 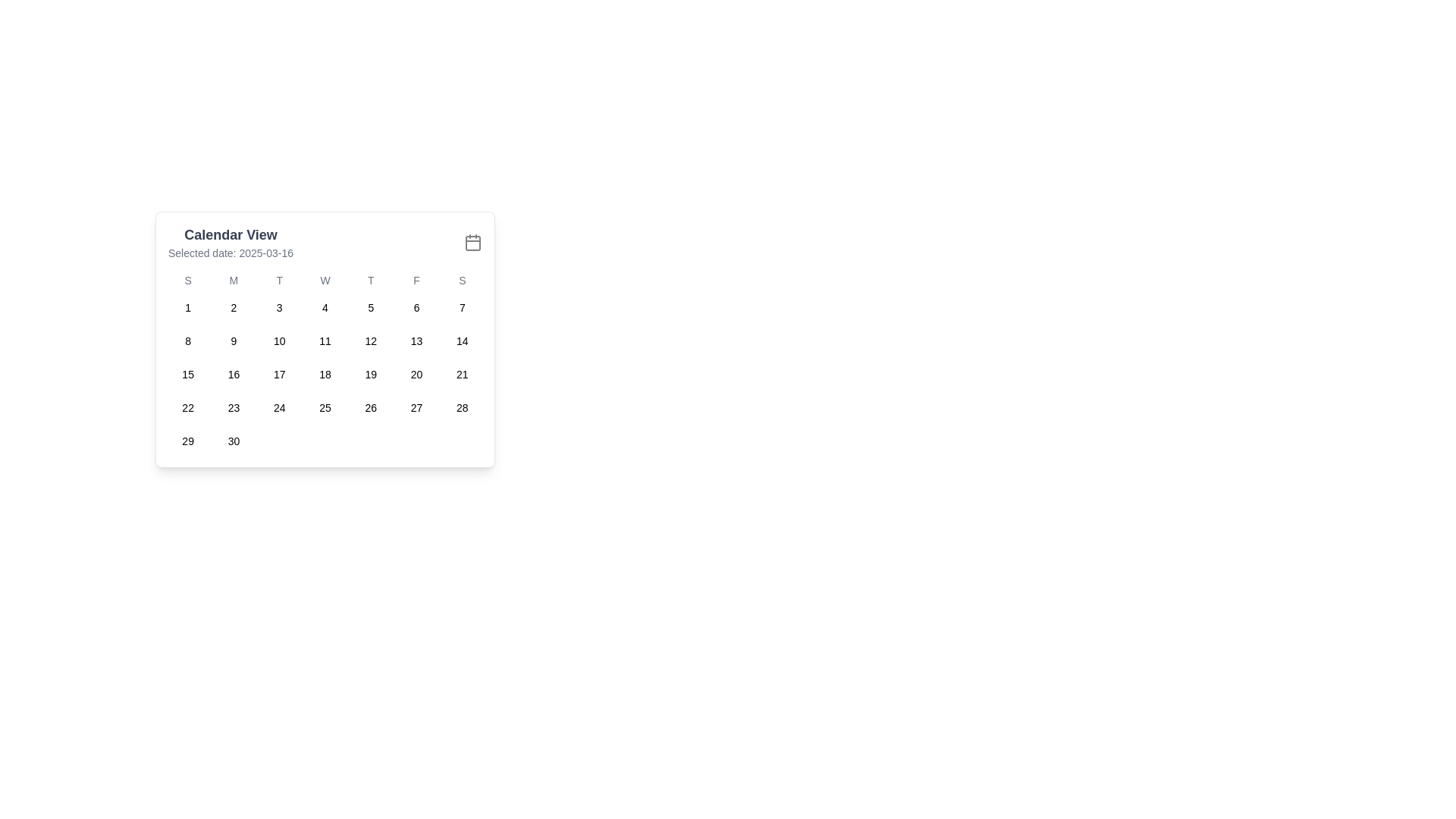 What do you see at coordinates (371, 374) in the screenshot?
I see `the text label displaying the number '19' in the calendar grid, which is located in the fifth column of the fourth row under the header 'T' for Tuesday` at bounding box center [371, 374].